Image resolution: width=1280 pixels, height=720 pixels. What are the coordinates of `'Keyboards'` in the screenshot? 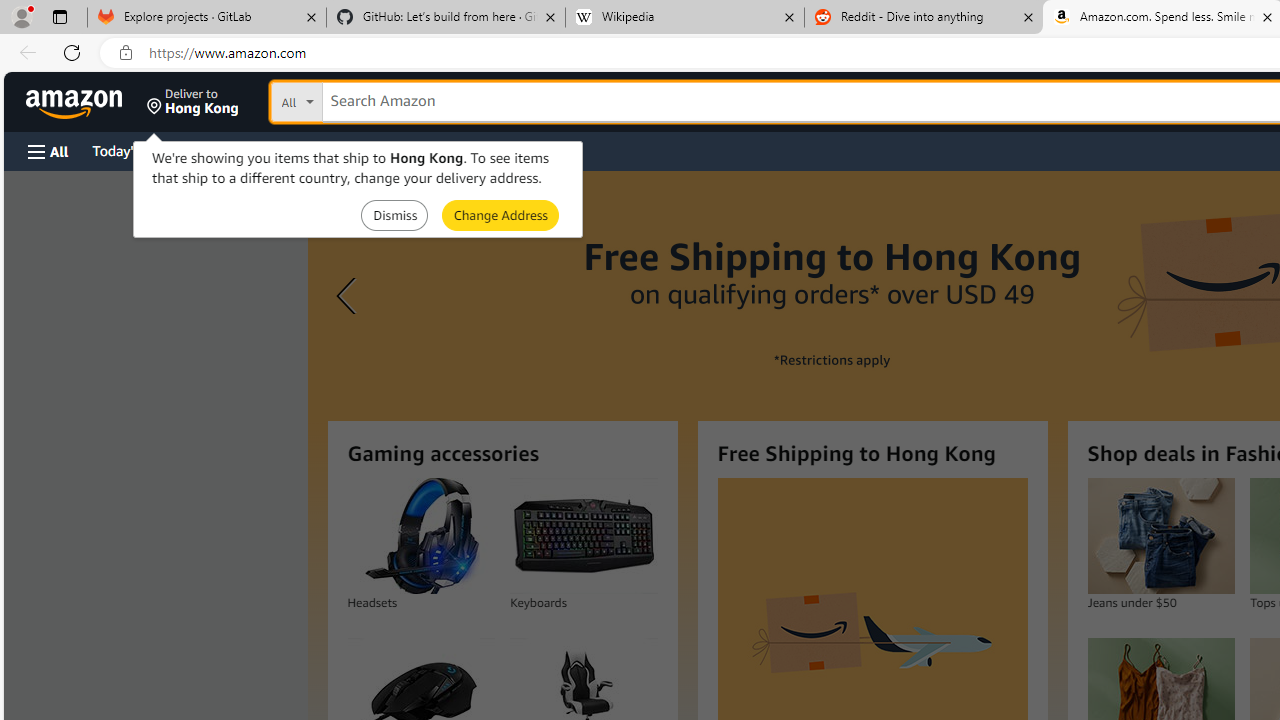 It's located at (582, 535).